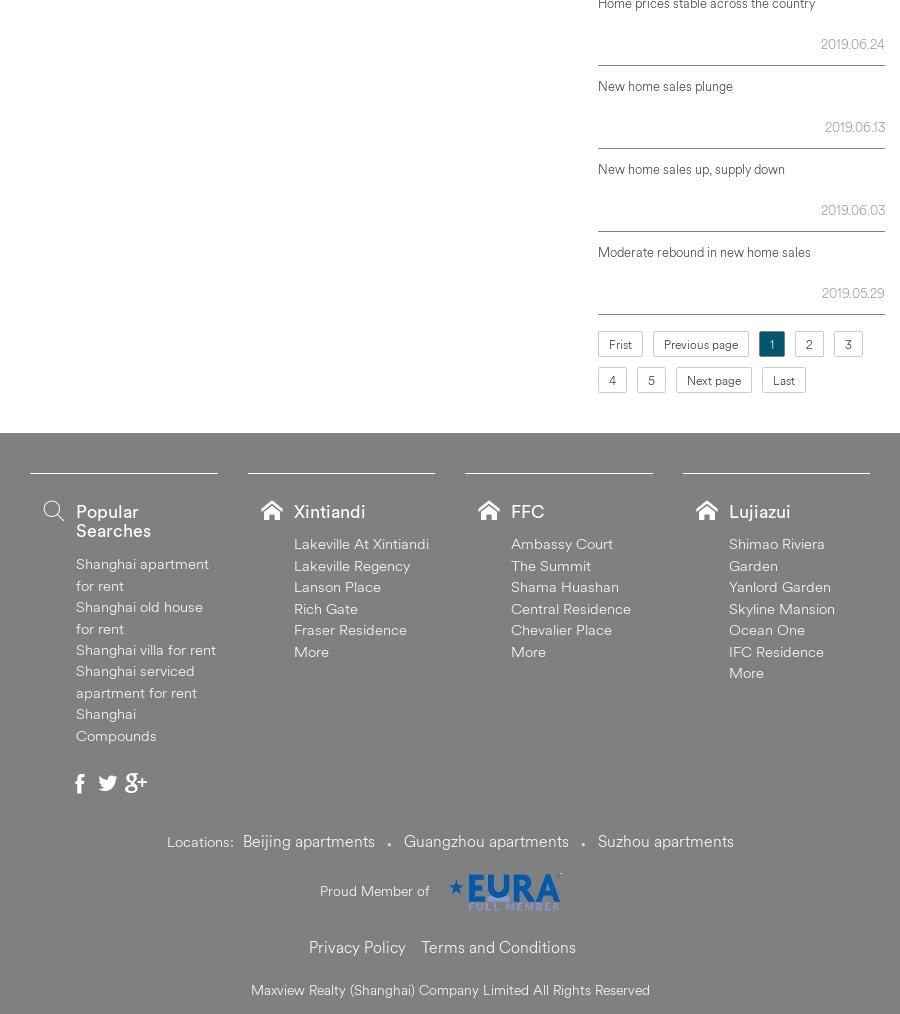  I want to click on 'Previous page', so click(699, 342).